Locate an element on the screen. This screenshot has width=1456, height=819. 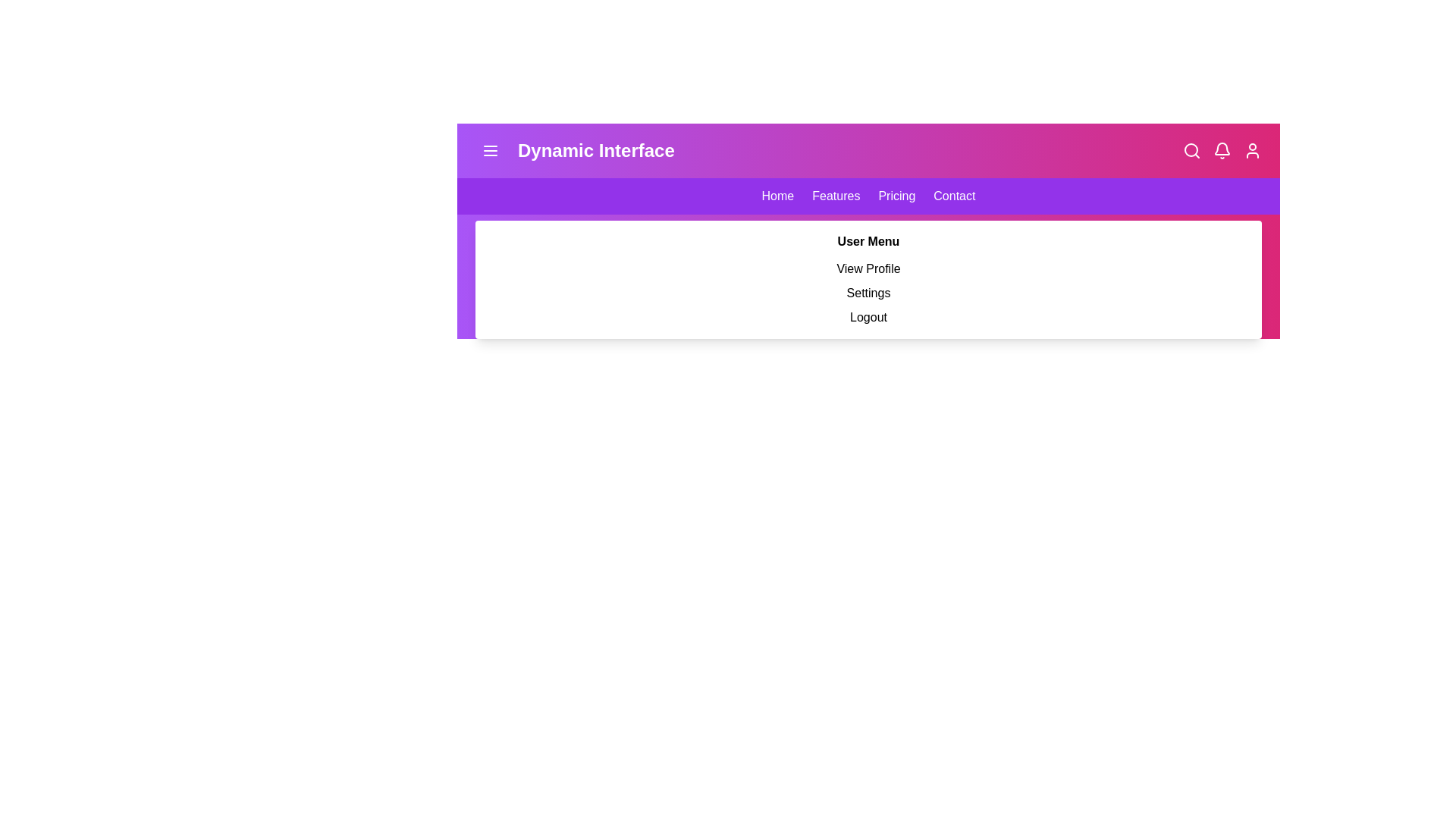
the menu button to toggle the navigation menu visibility is located at coordinates (491, 151).